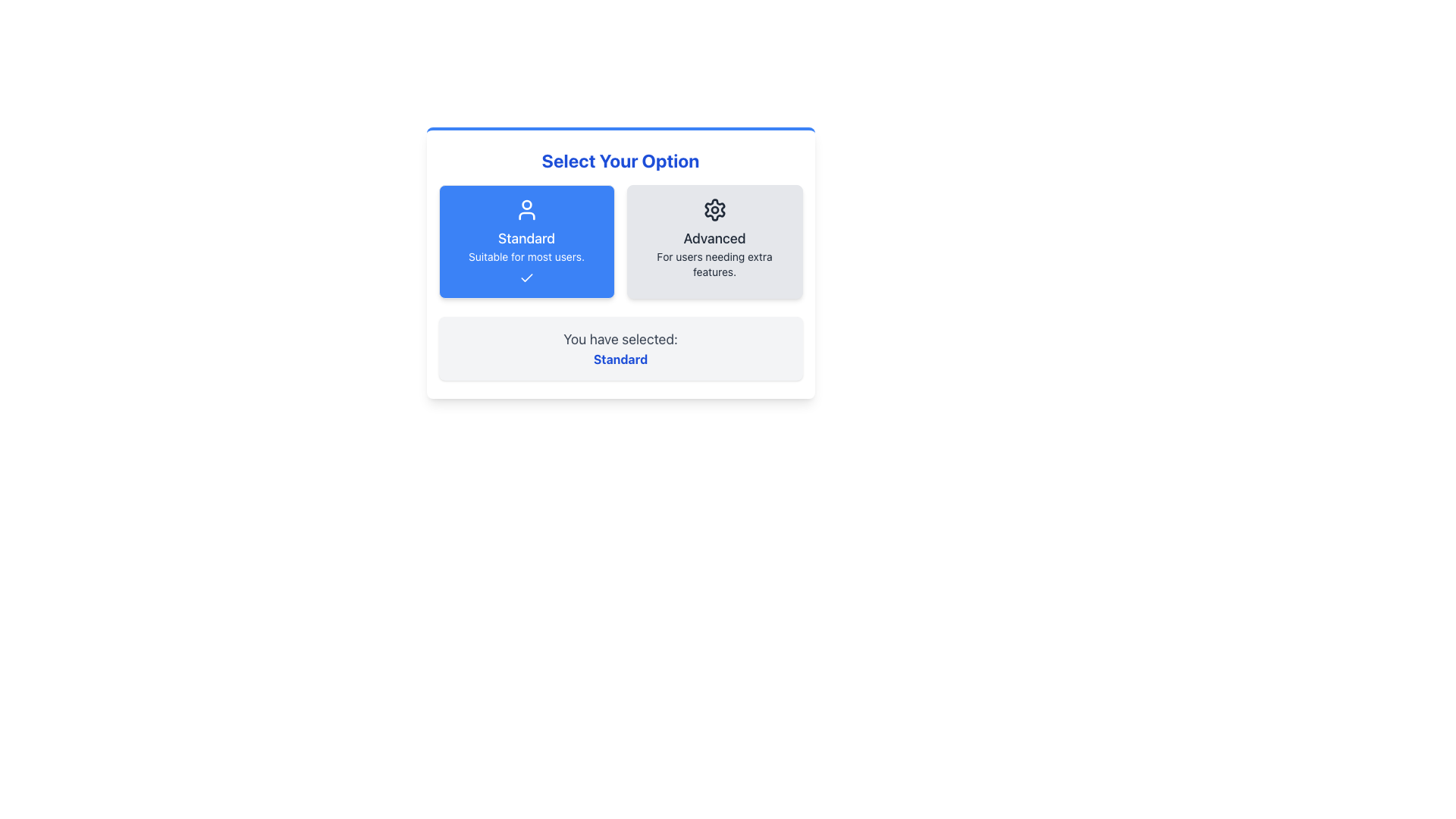 Image resolution: width=1456 pixels, height=819 pixels. Describe the element at coordinates (526, 278) in the screenshot. I see `the state of the check mark icon located at the center of the blue button labeled 'Standard'` at that location.